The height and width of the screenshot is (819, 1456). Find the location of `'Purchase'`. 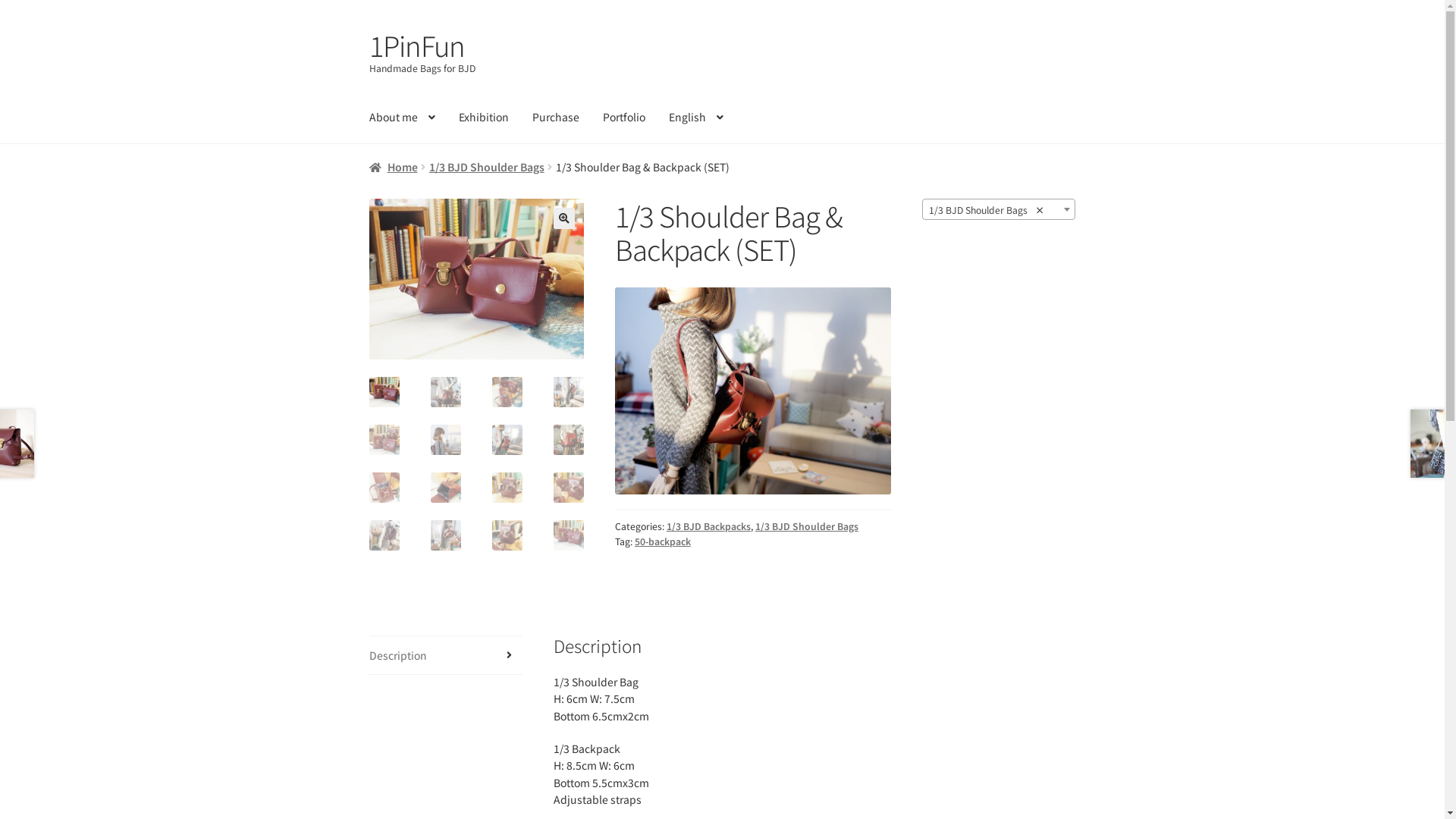

'Purchase' is located at coordinates (521, 116).